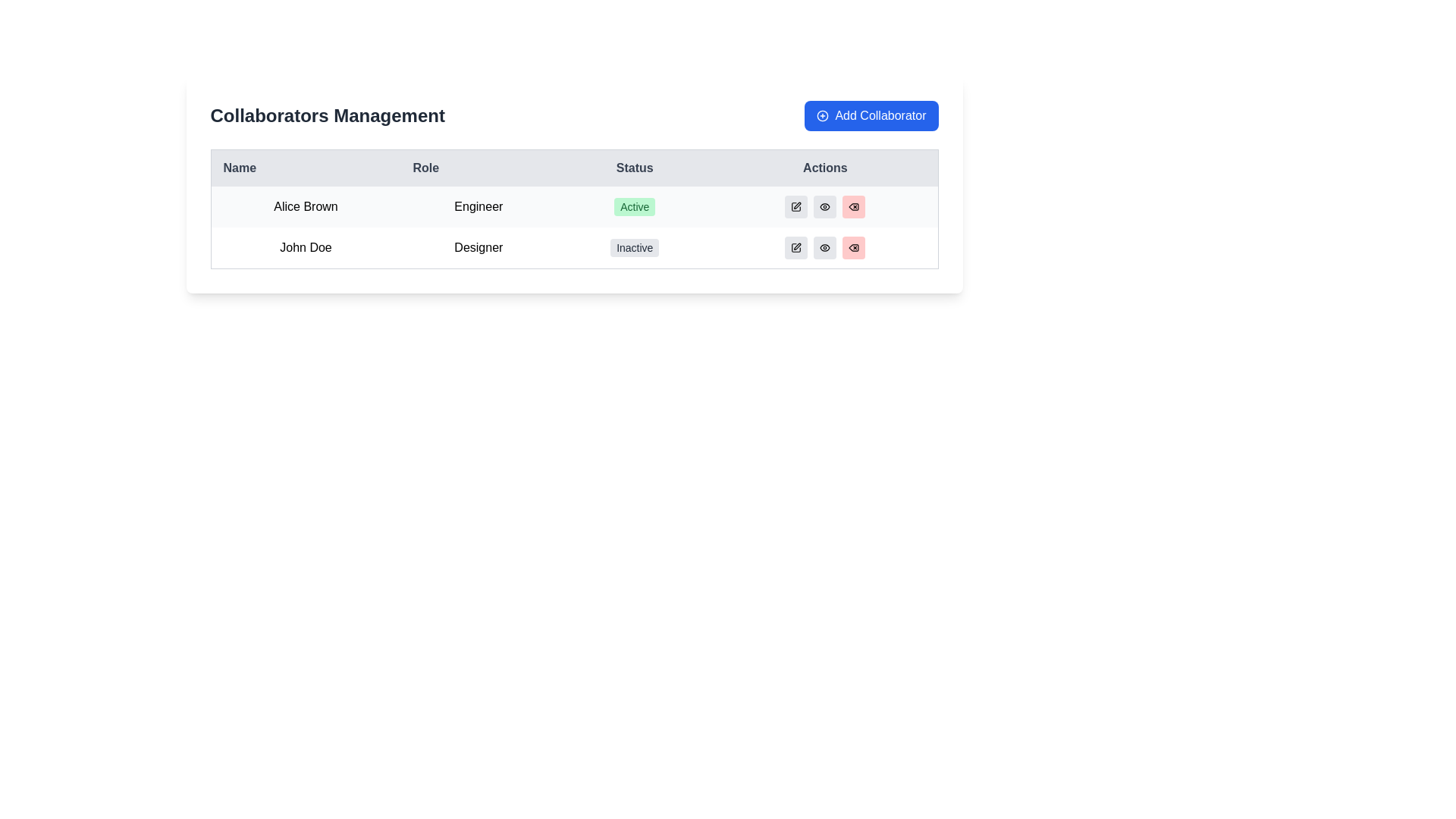 Image resolution: width=1456 pixels, height=819 pixels. Describe the element at coordinates (573, 247) in the screenshot. I see `the second row of the table representing the user 'John Doe', who is a 'Designer' and currently inactive` at that location.